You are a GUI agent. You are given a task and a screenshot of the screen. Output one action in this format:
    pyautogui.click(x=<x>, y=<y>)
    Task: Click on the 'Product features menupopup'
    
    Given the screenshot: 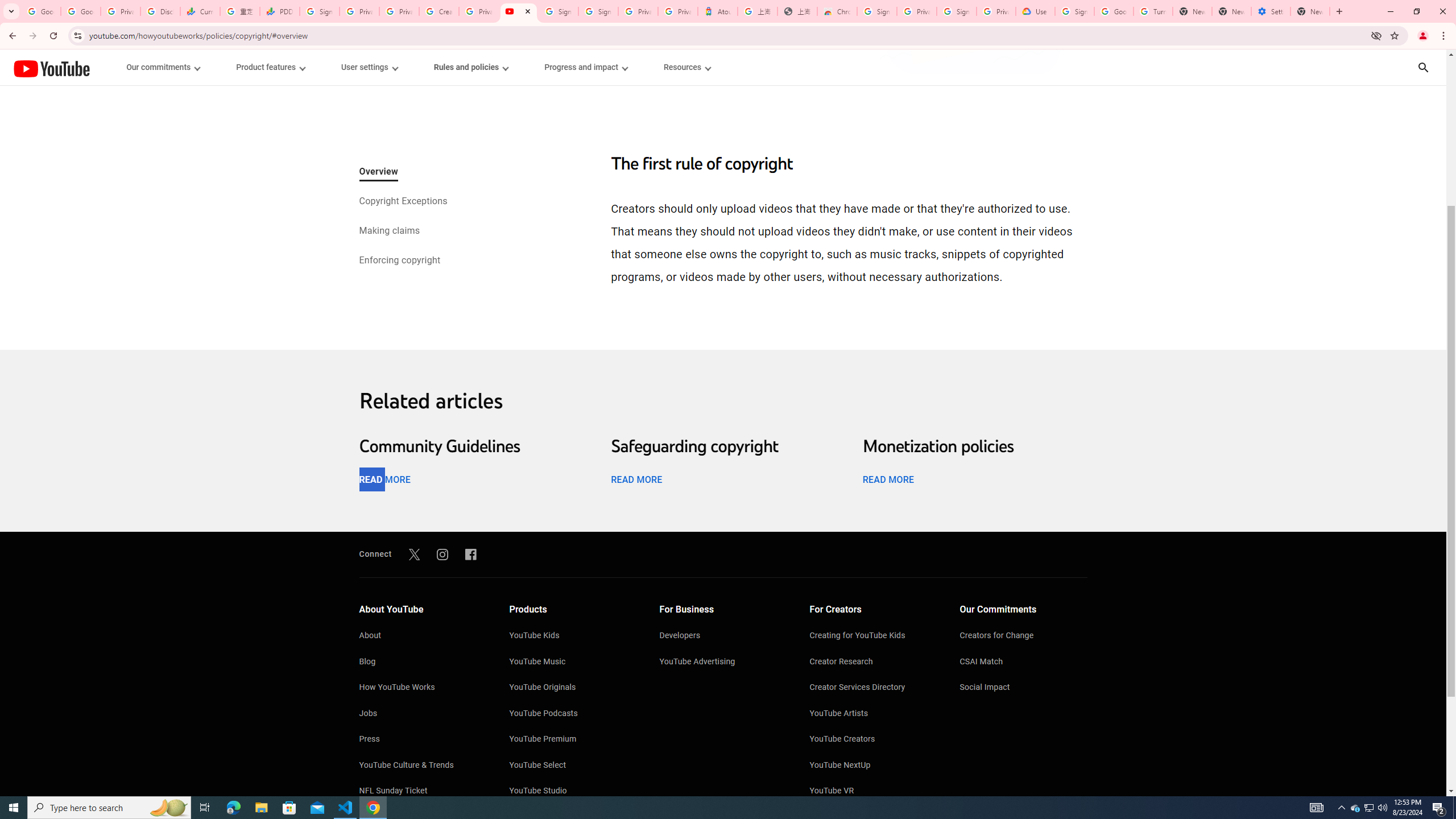 What is the action you would take?
    pyautogui.click(x=269, y=67)
    